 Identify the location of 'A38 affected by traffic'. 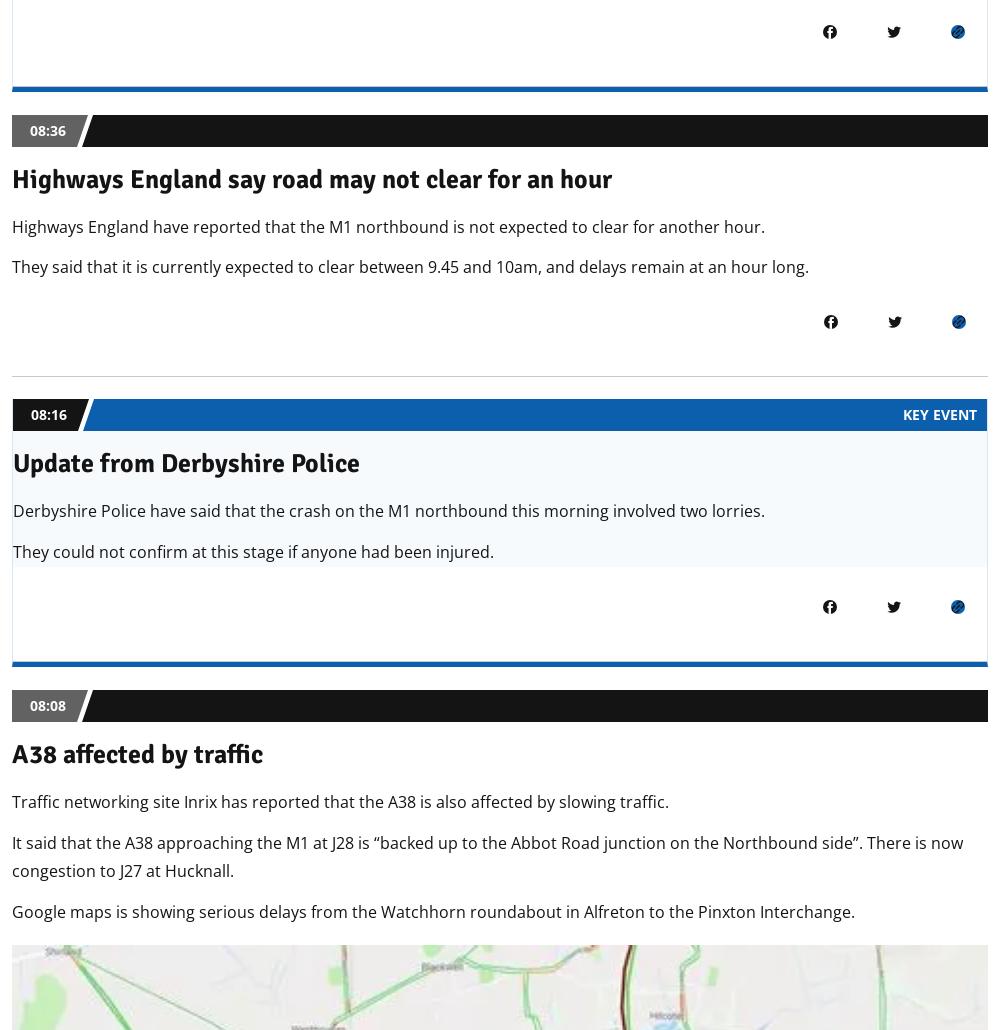
(137, 753).